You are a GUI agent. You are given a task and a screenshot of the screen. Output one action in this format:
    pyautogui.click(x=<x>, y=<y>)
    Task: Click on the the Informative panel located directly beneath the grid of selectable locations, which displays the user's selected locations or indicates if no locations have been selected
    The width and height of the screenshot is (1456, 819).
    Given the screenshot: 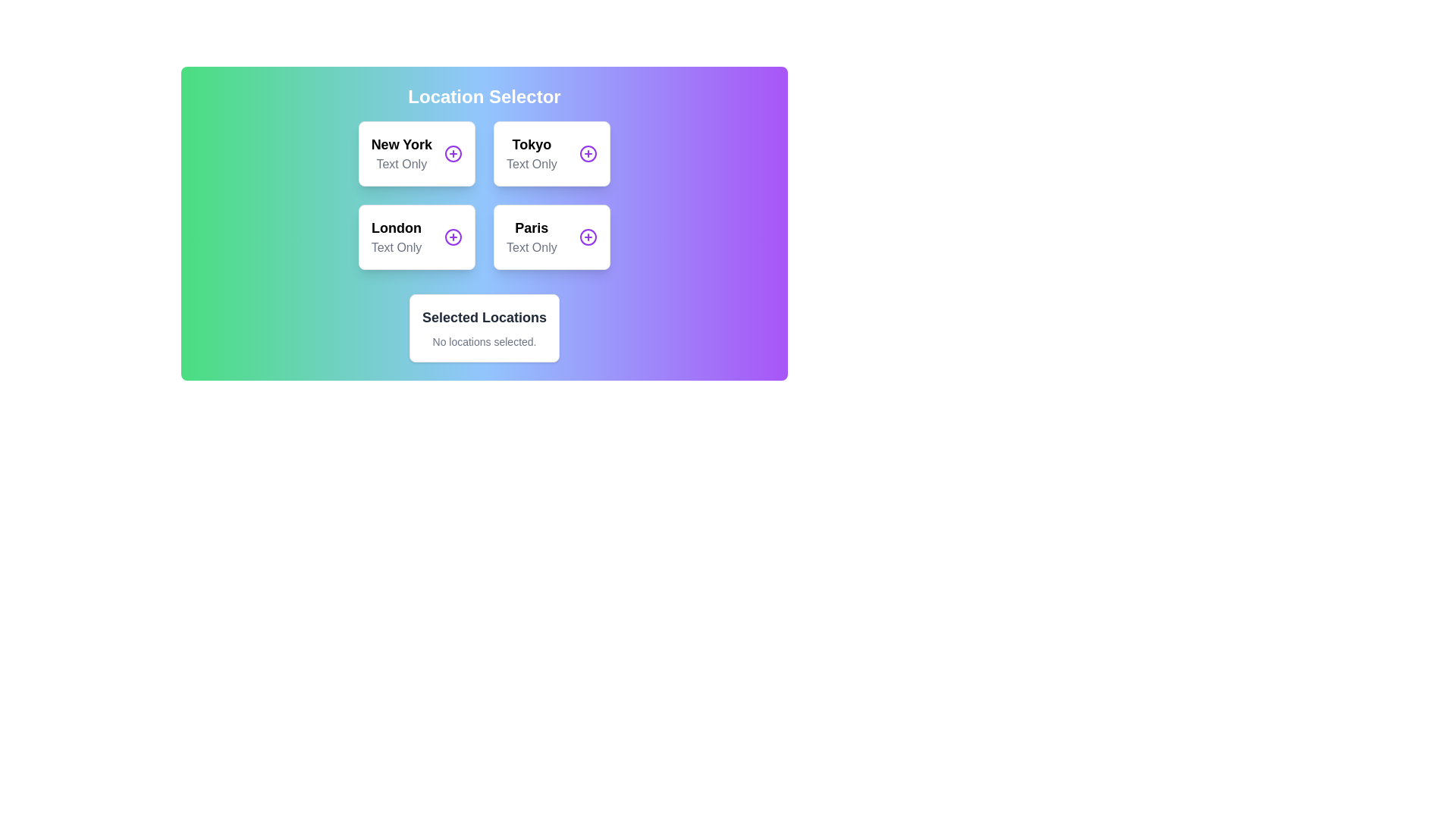 What is the action you would take?
    pyautogui.click(x=483, y=327)
    